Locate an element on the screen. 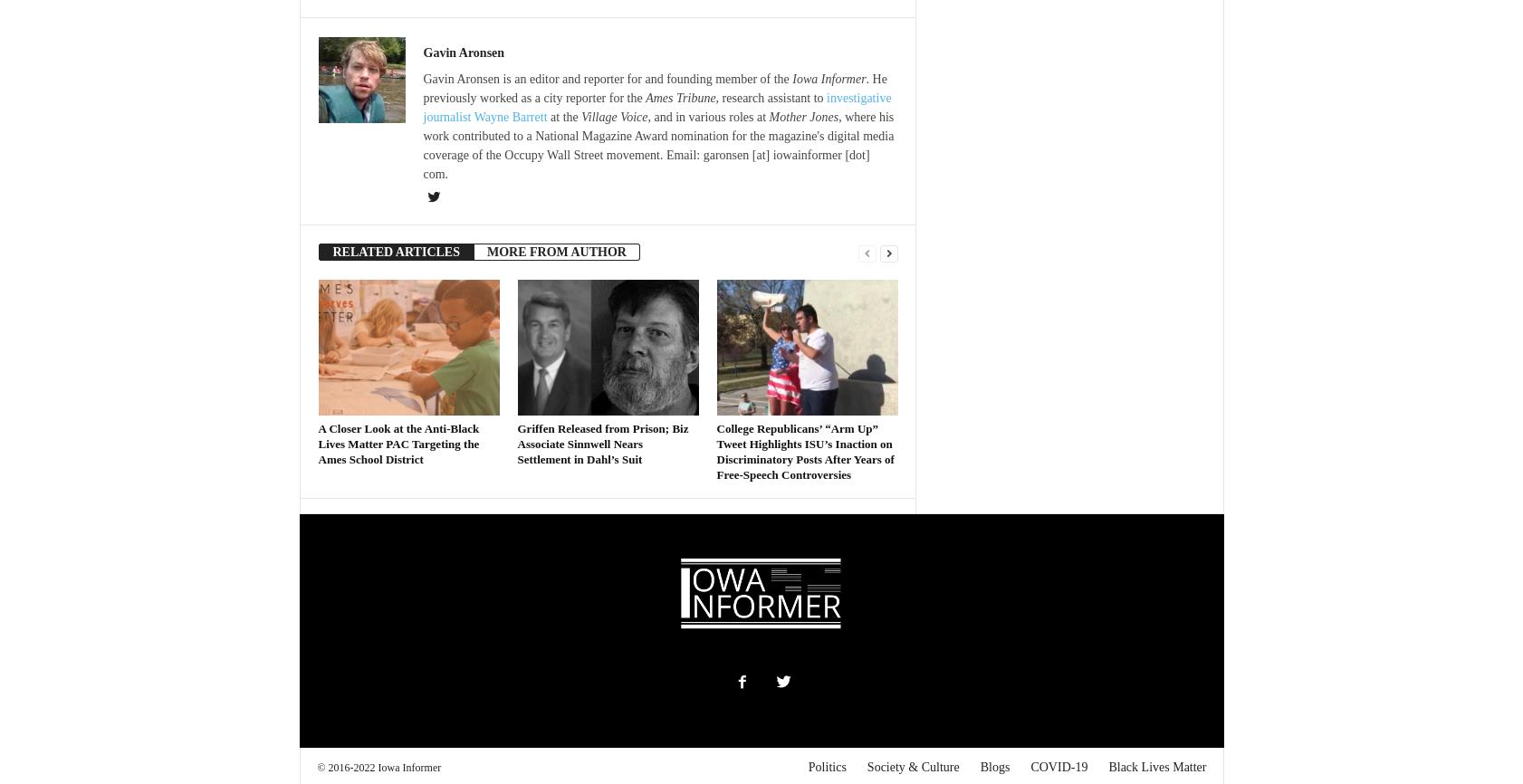 The height and width of the screenshot is (784, 1523). 'COVID-19' is located at coordinates (1058, 766).